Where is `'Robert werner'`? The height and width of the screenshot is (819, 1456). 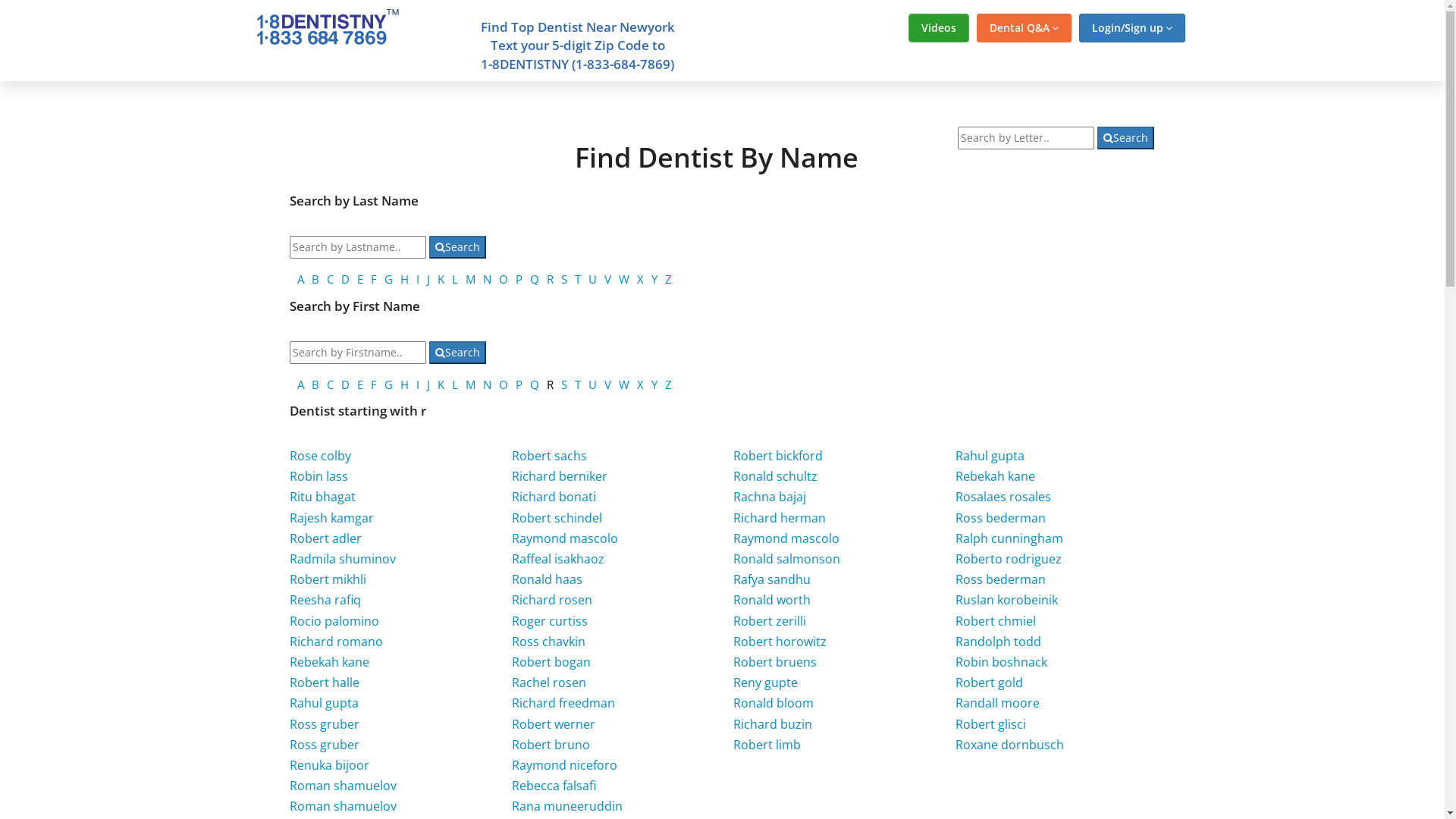
'Robert werner' is located at coordinates (552, 723).